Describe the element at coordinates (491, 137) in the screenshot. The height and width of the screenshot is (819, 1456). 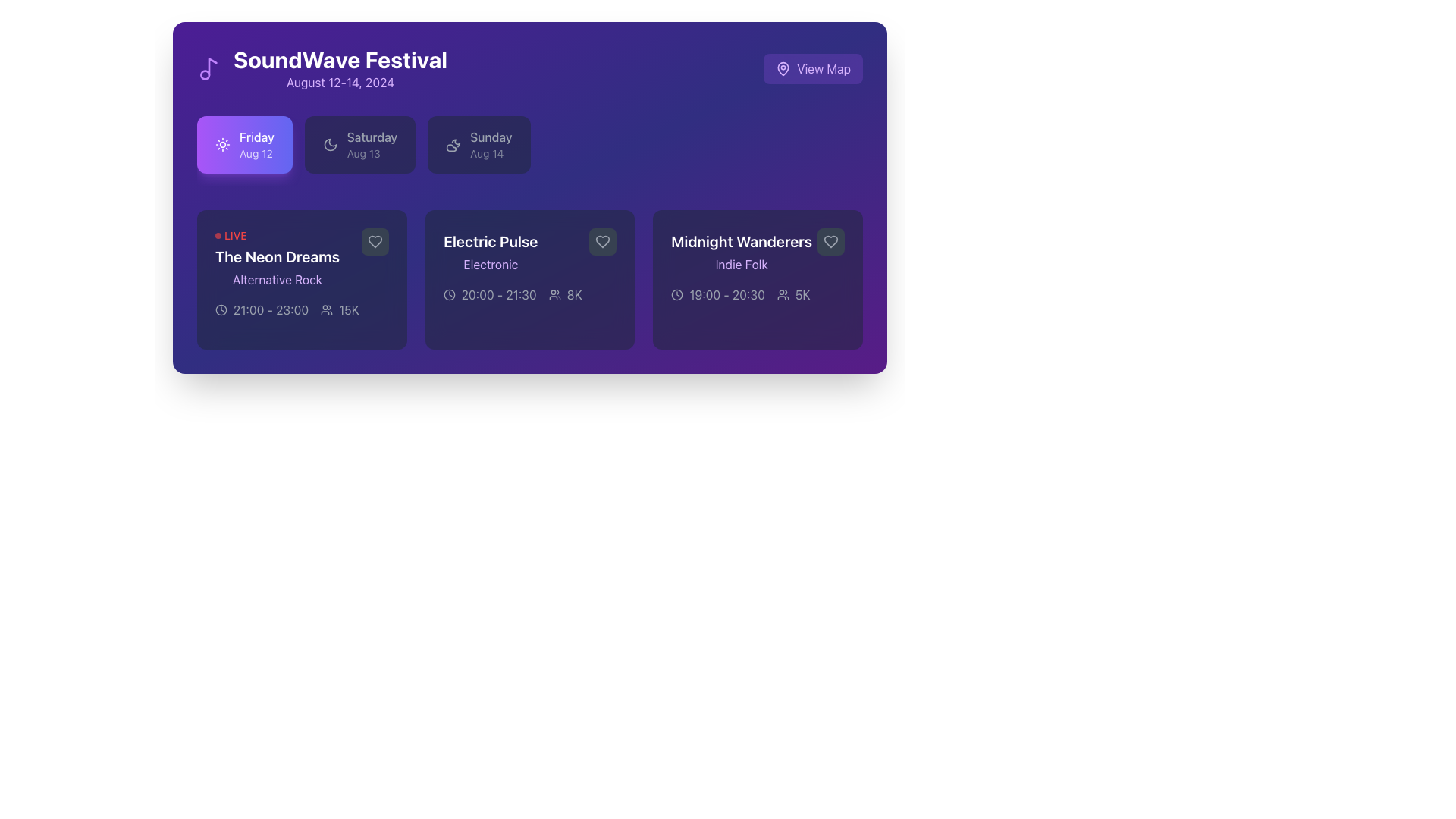
I see `the text label displaying 'Sunday', which is the first text element in the rightmost tab of the date-related tabs in the event selection interface` at that location.